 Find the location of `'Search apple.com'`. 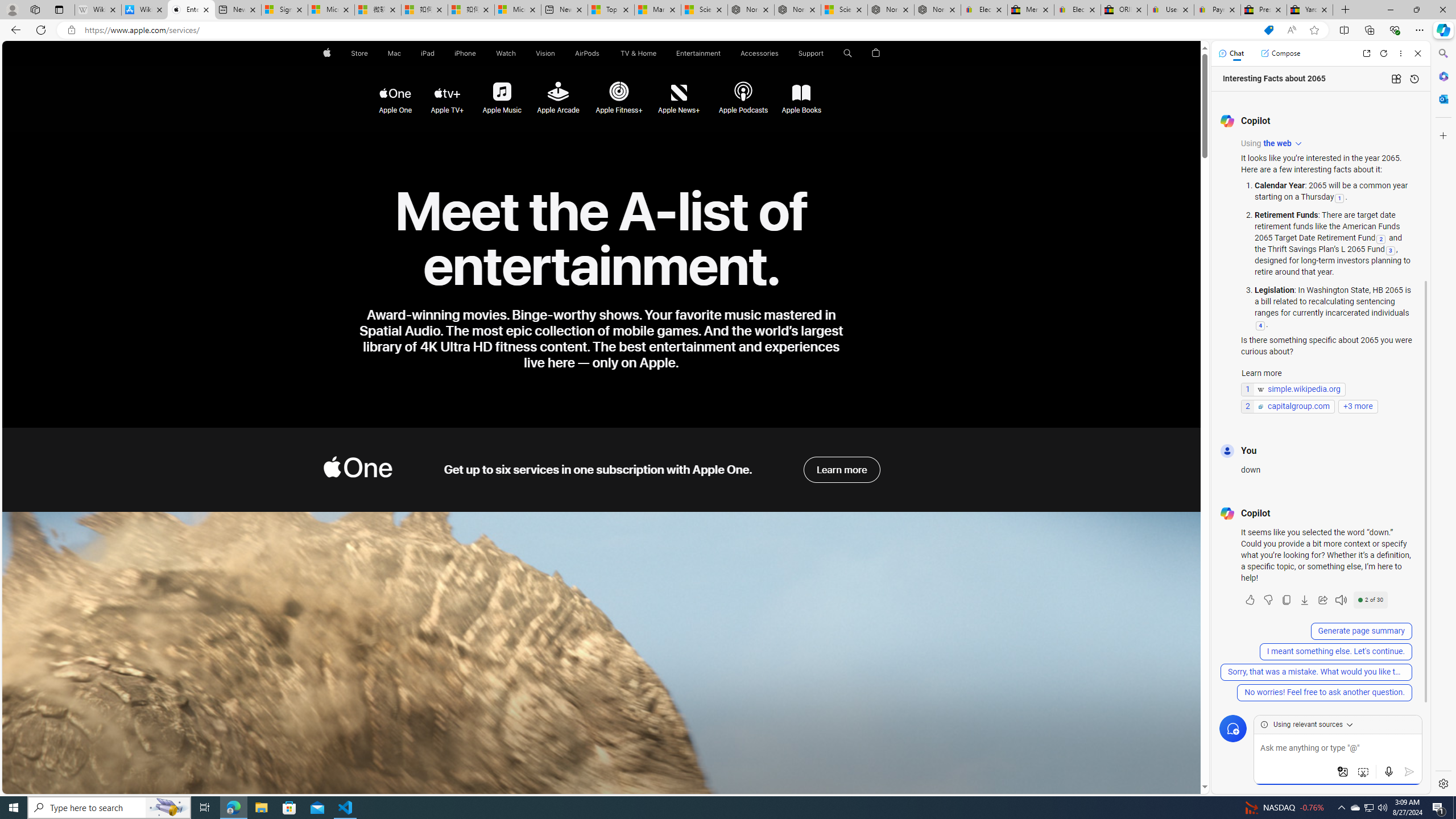

'Search apple.com' is located at coordinates (848, 53).